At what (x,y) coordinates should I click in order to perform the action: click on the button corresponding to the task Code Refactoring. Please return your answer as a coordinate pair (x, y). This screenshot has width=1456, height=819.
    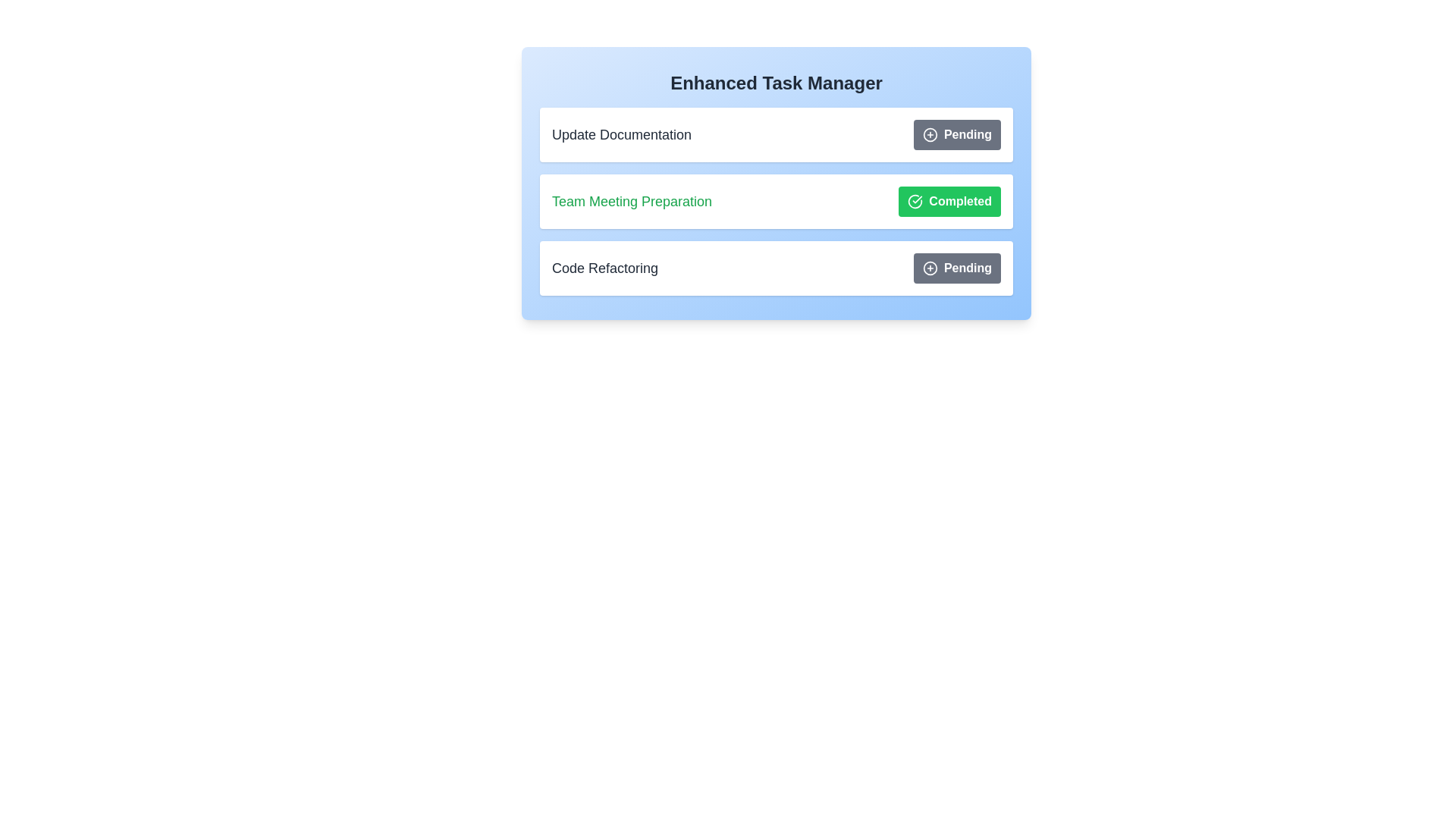
    Looking at the image, I should click on (956, 268).